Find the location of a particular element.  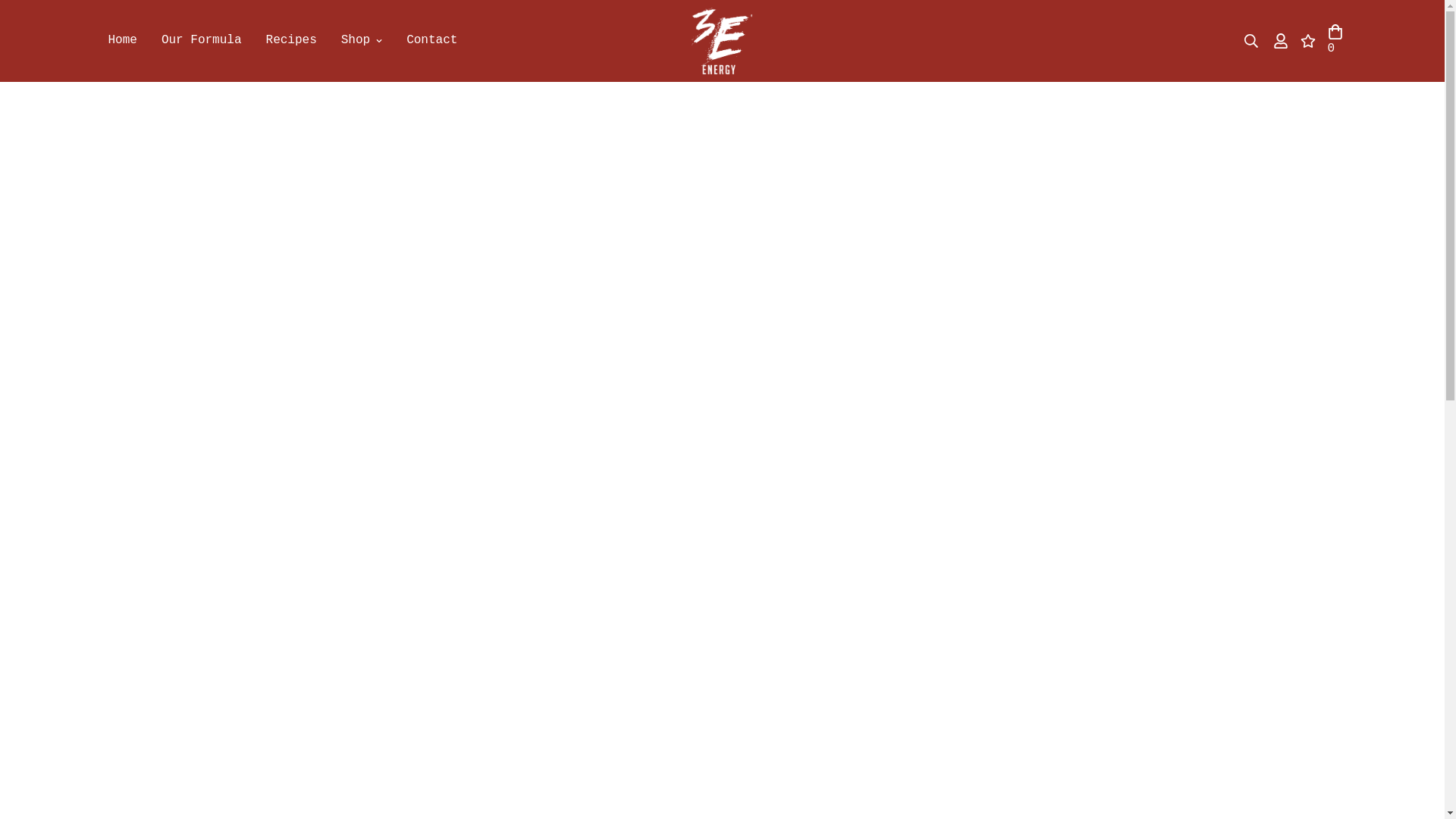

'Shop' is located at coordinates (360, 39).